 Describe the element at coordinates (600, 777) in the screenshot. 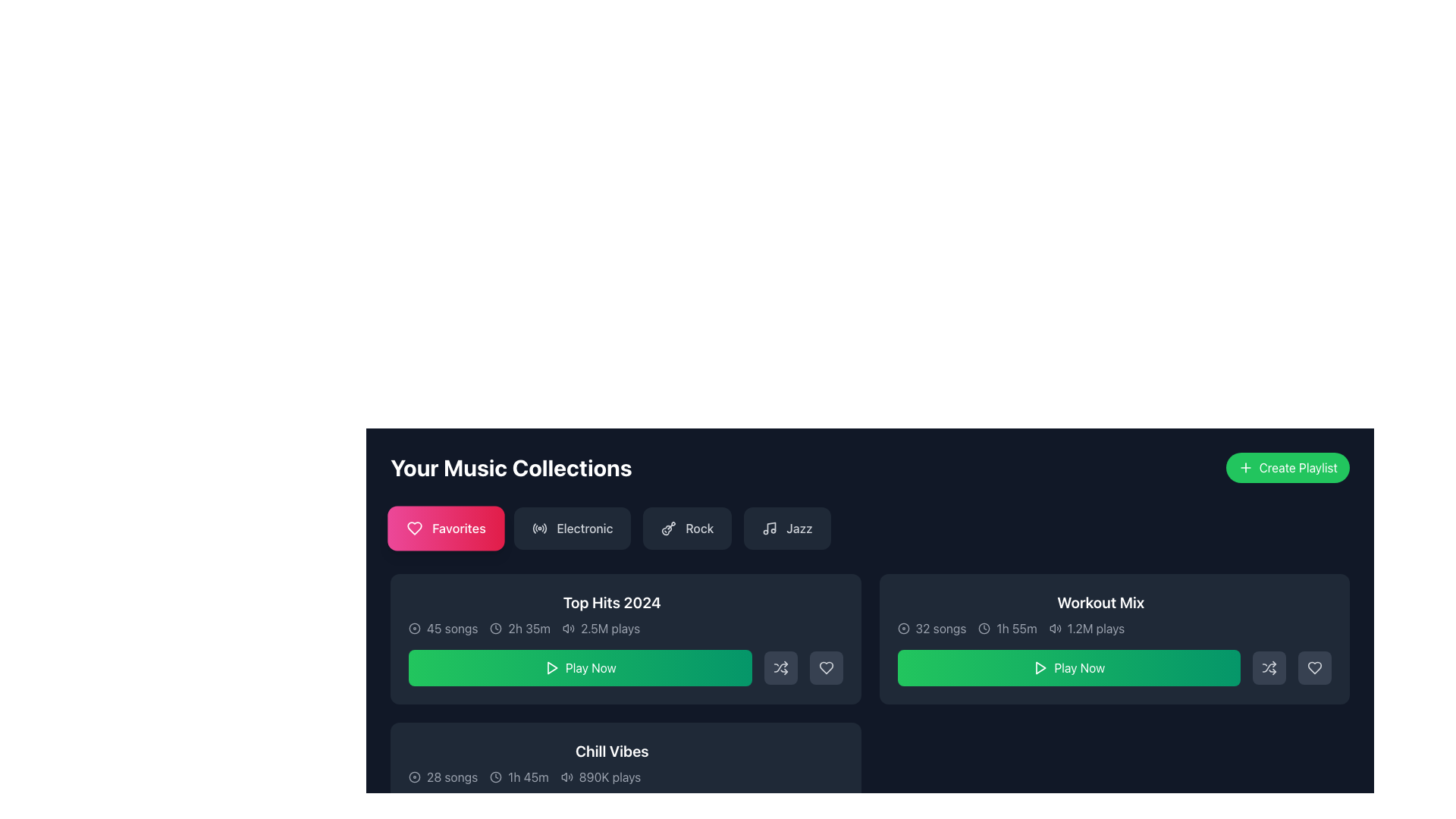

I see `the text element that reads '890K plays', which is accompanied by a small speaker icon, located in the lower-right corner of the 'Chill Vibes' section` at that location.